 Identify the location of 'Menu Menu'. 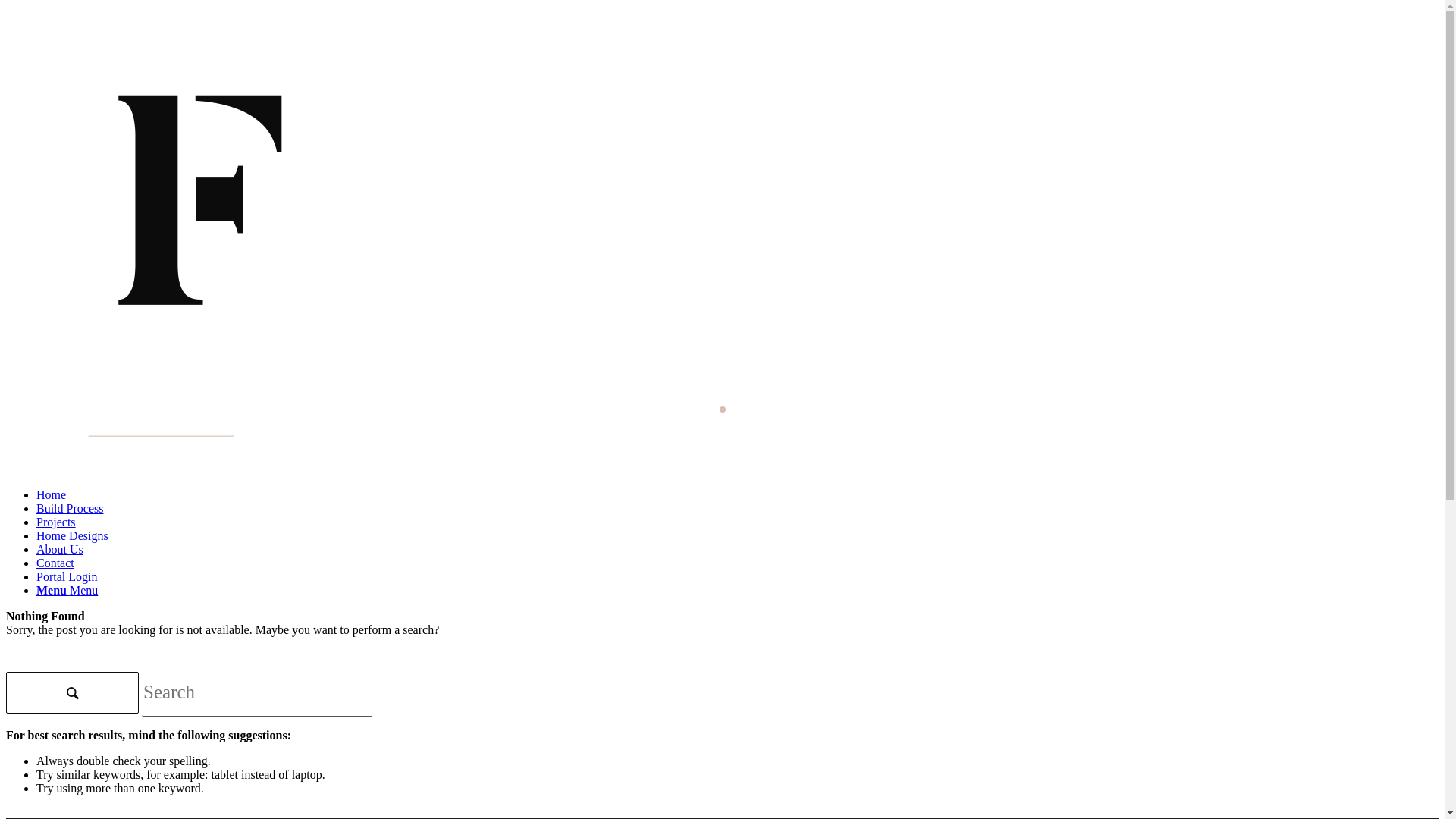
(66, 589).